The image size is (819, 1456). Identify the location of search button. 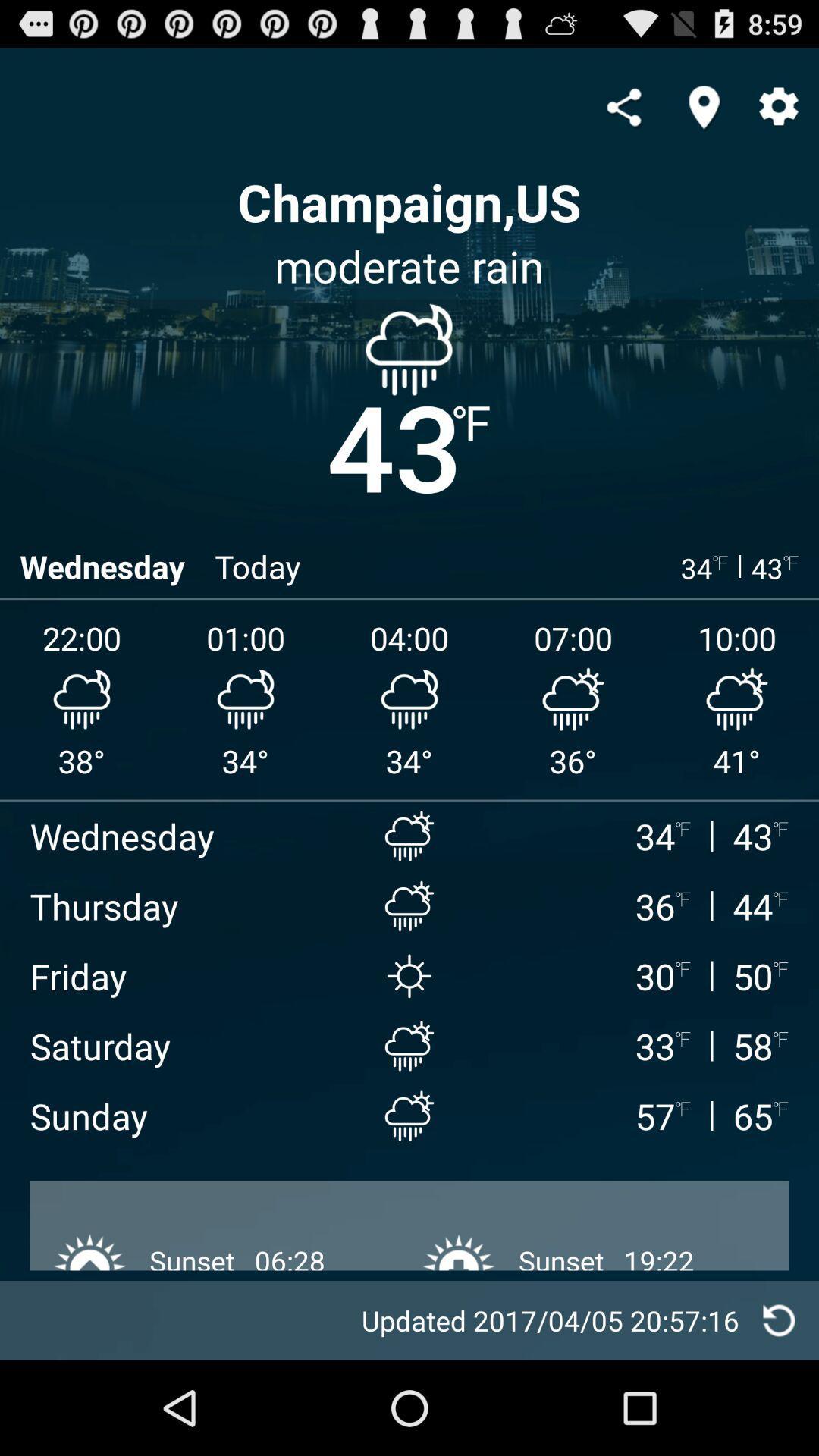
(704, 106).